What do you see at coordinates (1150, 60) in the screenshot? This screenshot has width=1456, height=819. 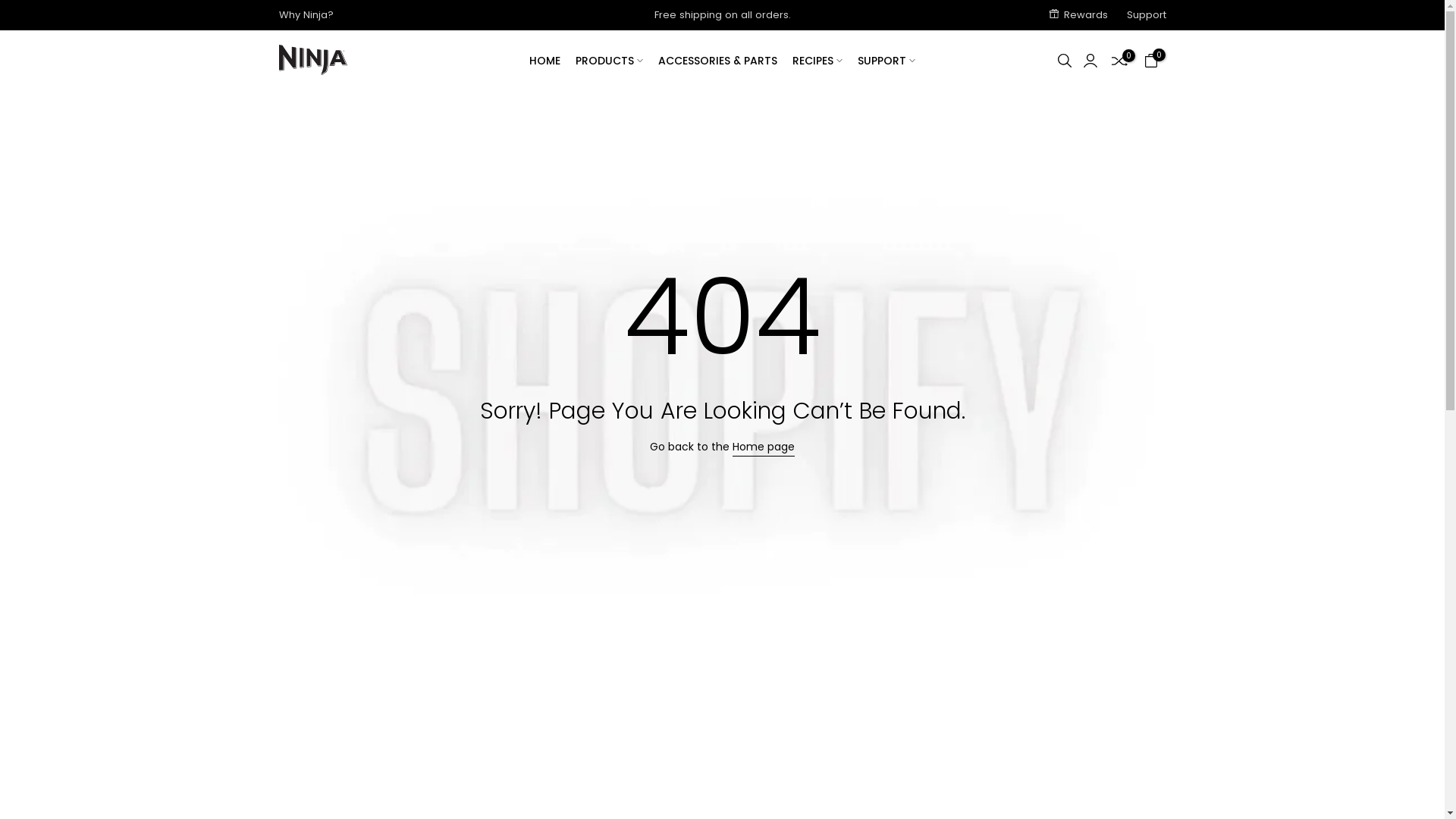 I see `'0'` at bounding box center [1150, 60].